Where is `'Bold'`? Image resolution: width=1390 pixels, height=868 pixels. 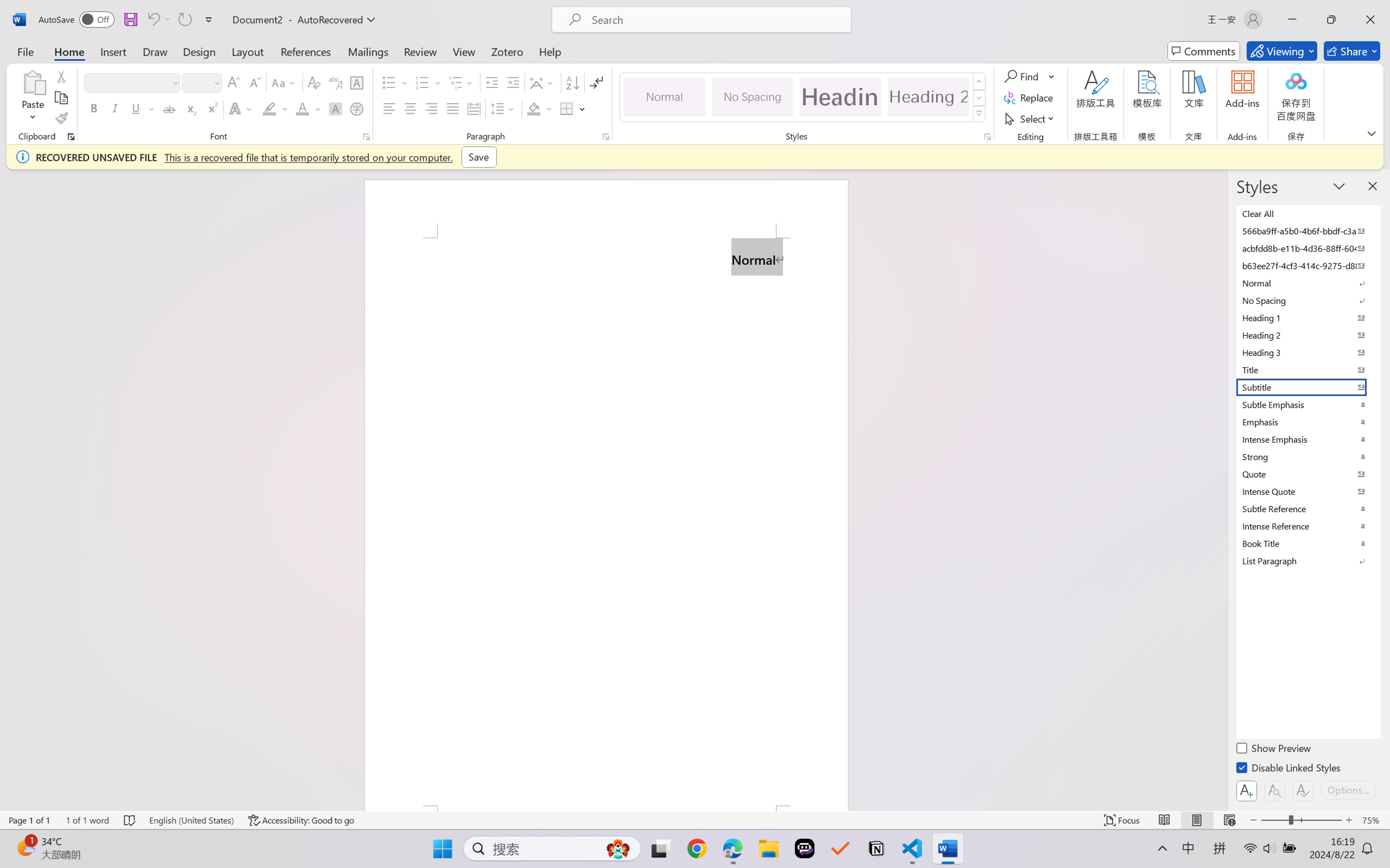
'Bold' is located at coordinates (94, 108).